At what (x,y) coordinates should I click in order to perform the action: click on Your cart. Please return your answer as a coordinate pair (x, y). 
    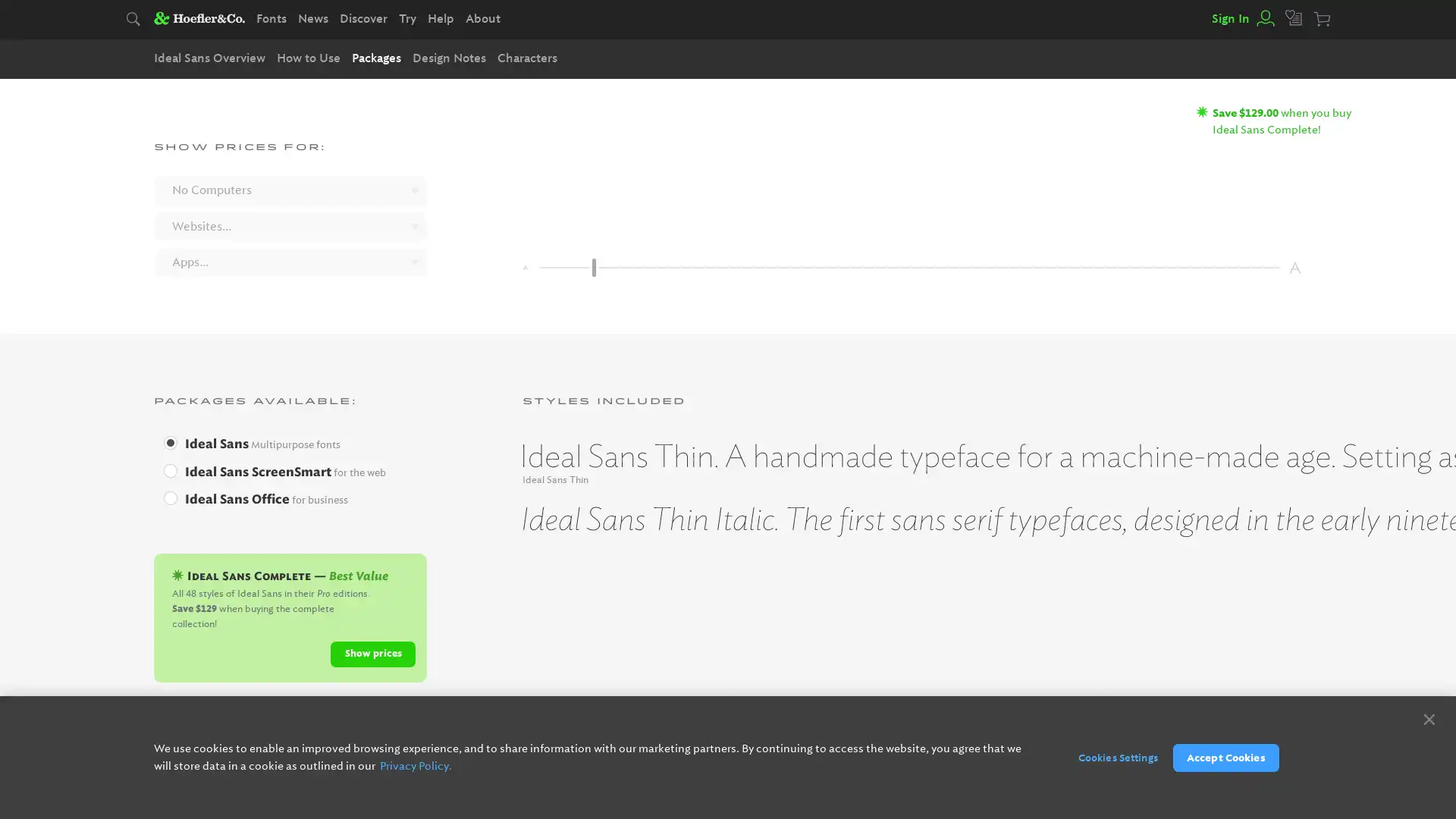
    Looking at the image, I should click on (1323, 20).